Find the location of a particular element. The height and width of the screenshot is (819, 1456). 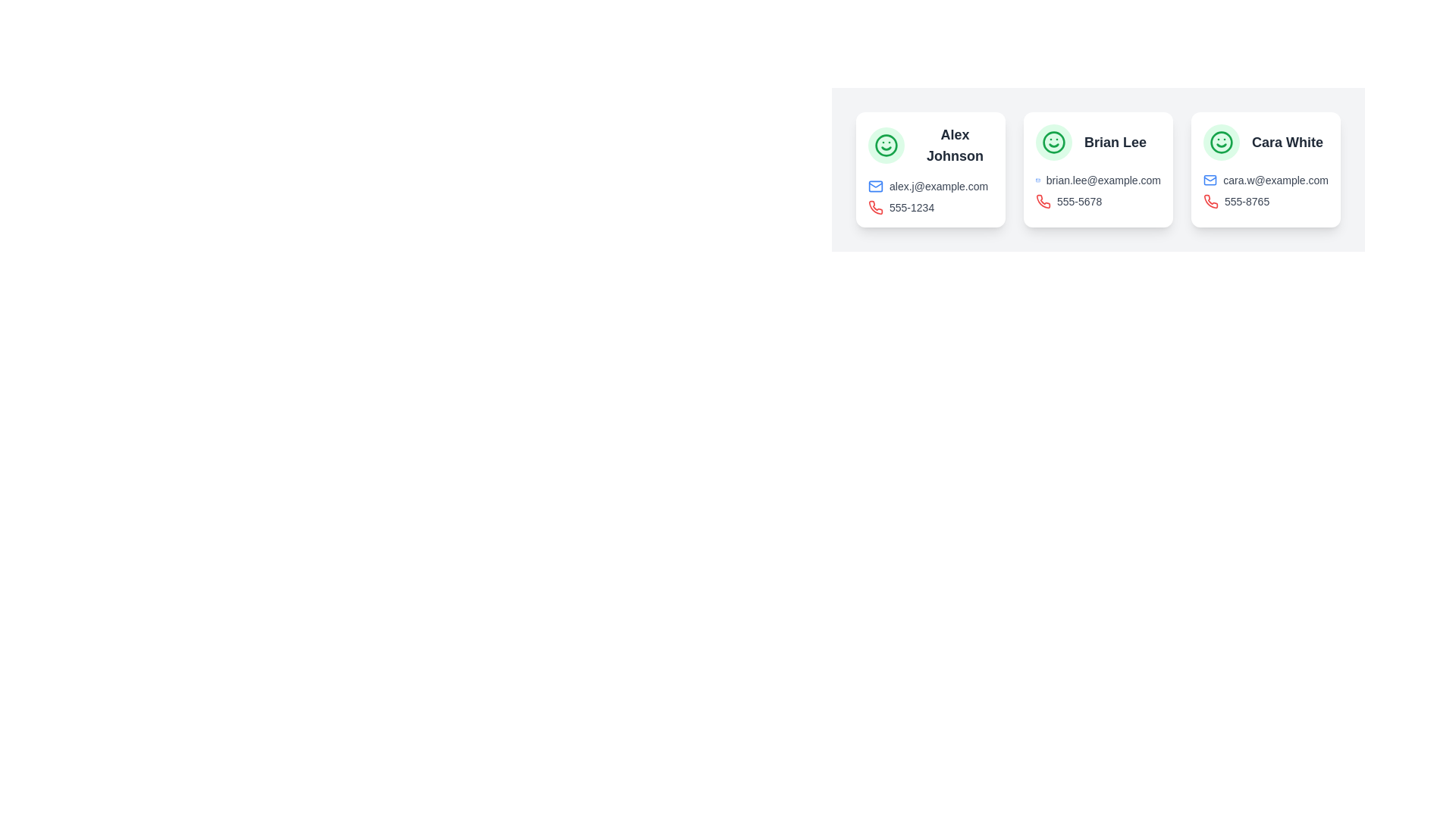

the icon indicating the contact phone number associated with 'Brian Lee' in the second card of the contact cards layout is located at coordinates (1043, 201).